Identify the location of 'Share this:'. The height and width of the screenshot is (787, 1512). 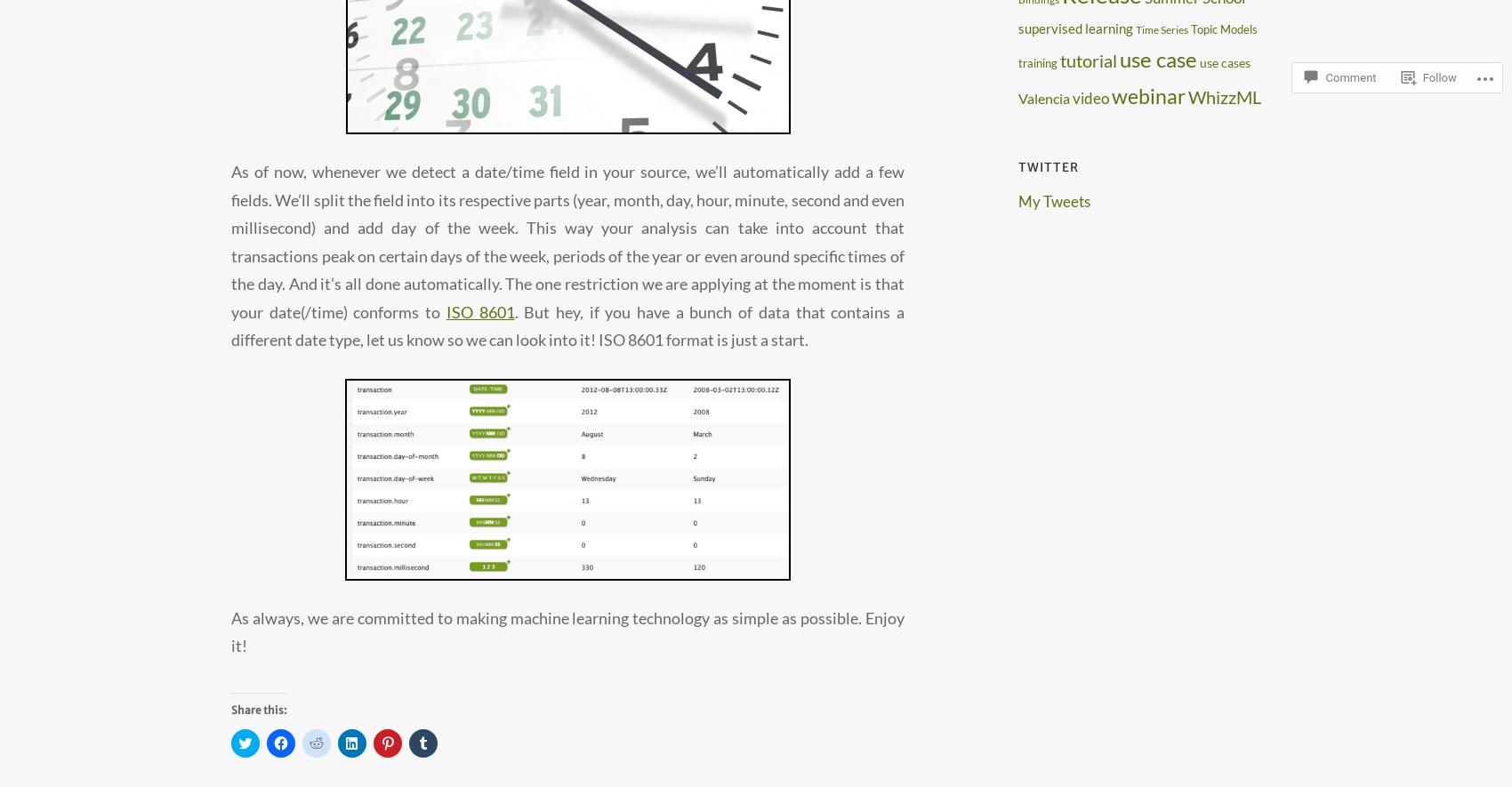
(230, 708).